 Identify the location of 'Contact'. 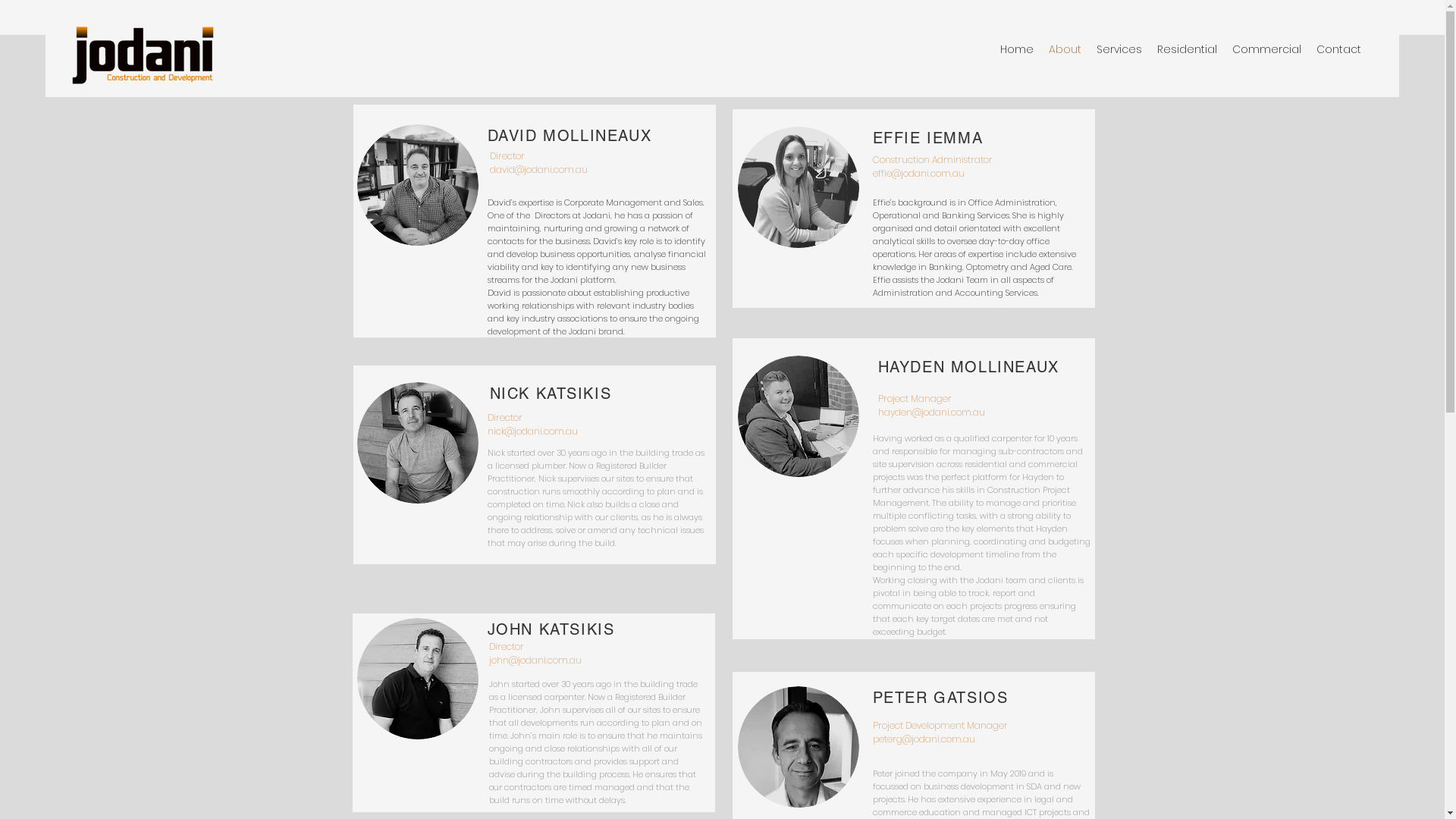
(1308, 49).